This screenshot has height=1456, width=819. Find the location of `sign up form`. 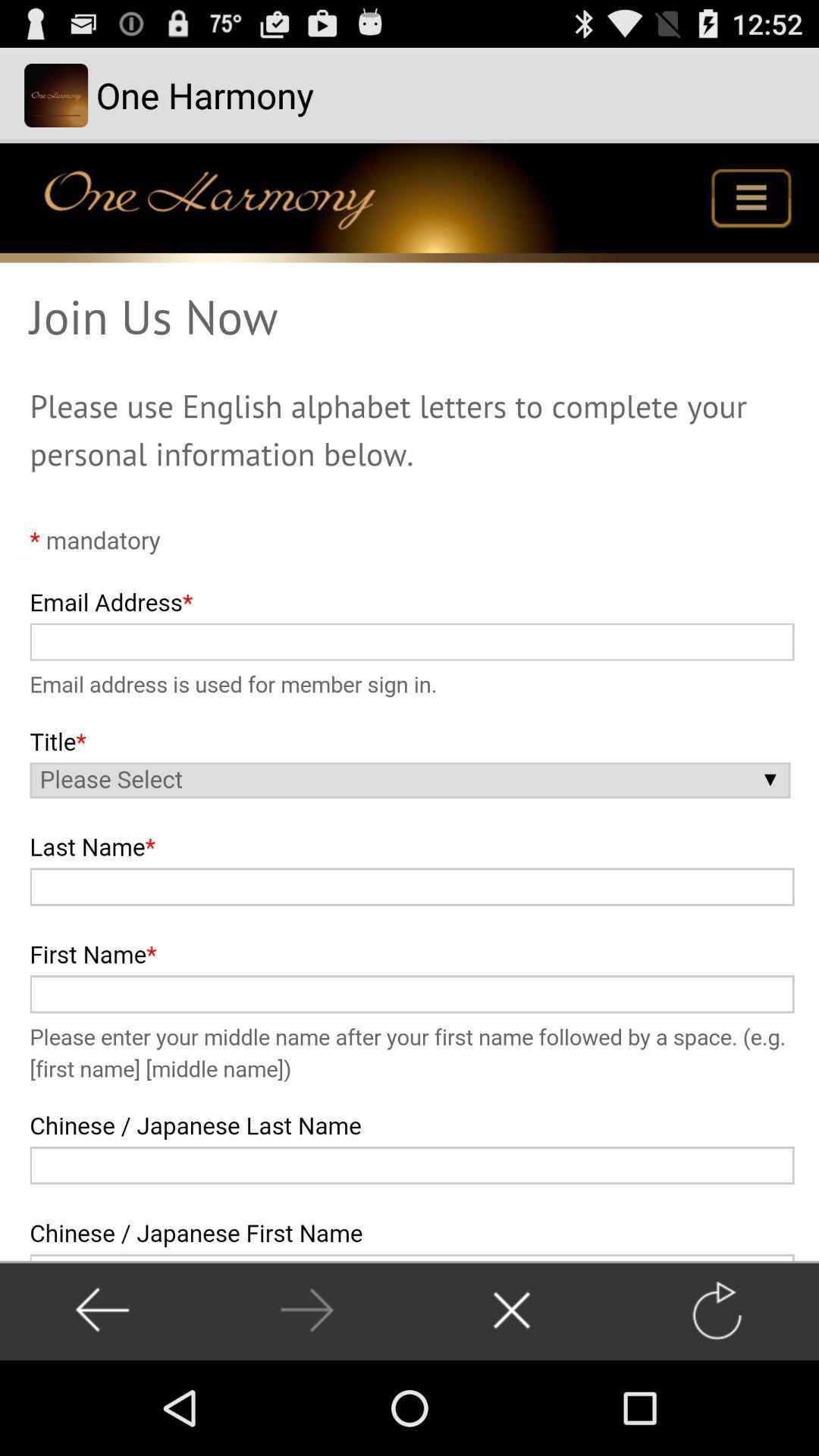

sign up form is located at coordinates (409, 701).